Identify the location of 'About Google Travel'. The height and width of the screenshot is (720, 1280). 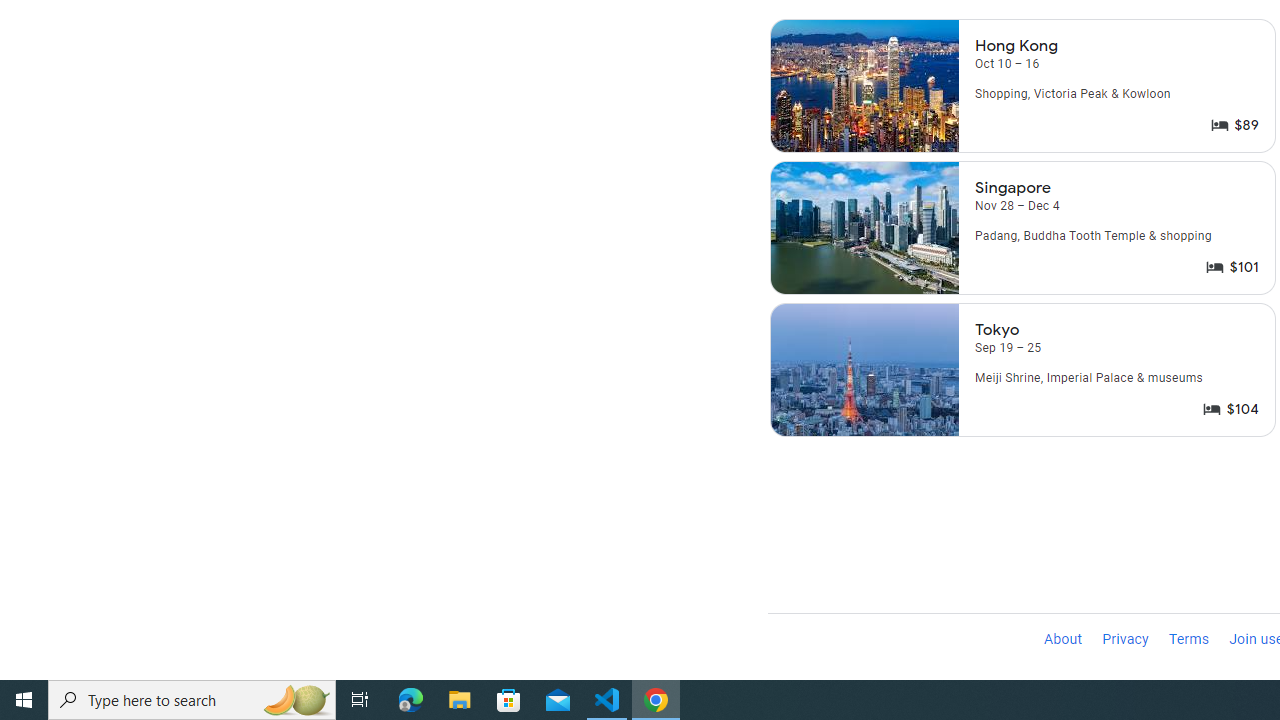
(1062, 640).